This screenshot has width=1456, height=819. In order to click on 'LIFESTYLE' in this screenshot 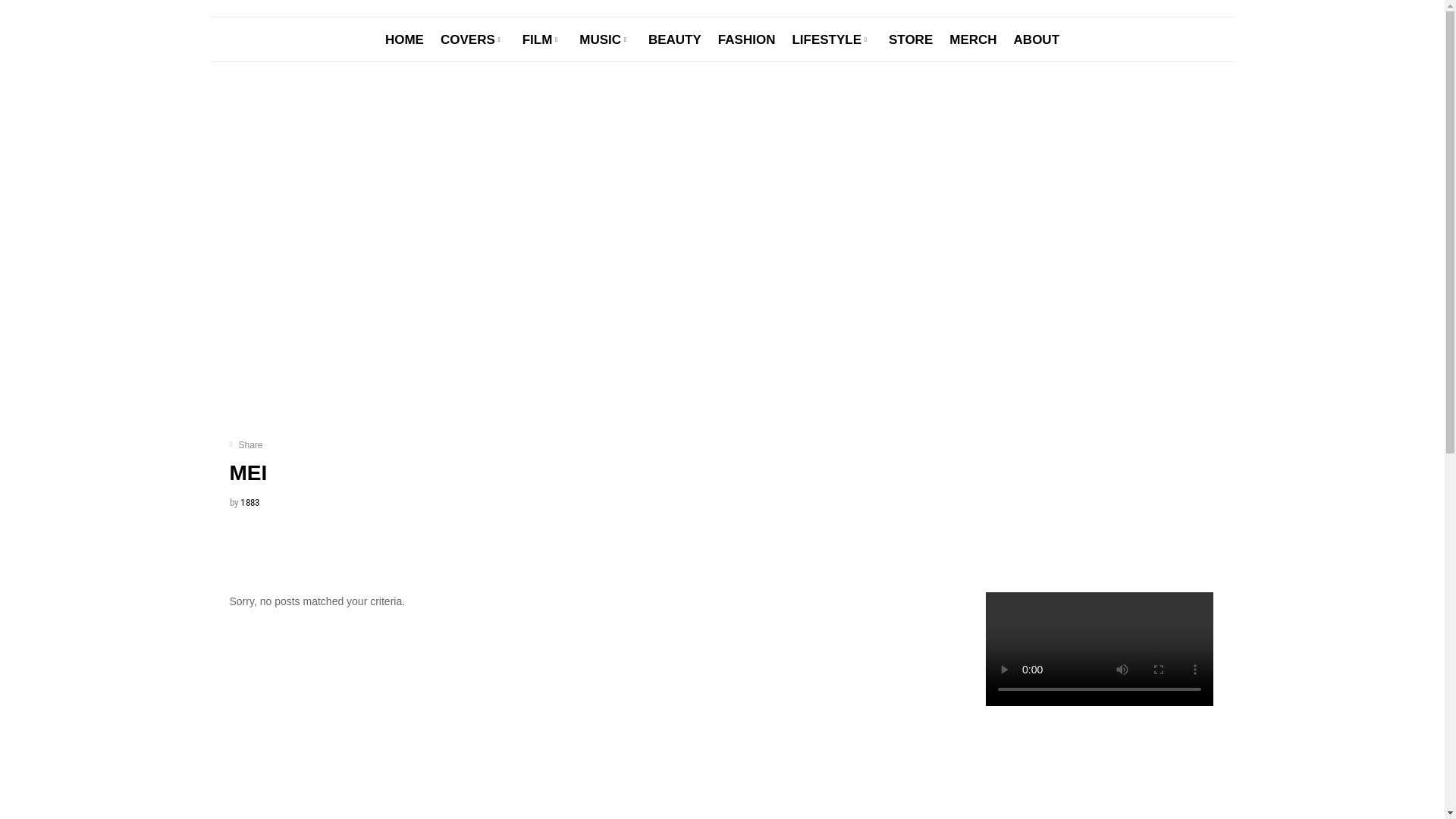, I will do `click(831, 38)`.